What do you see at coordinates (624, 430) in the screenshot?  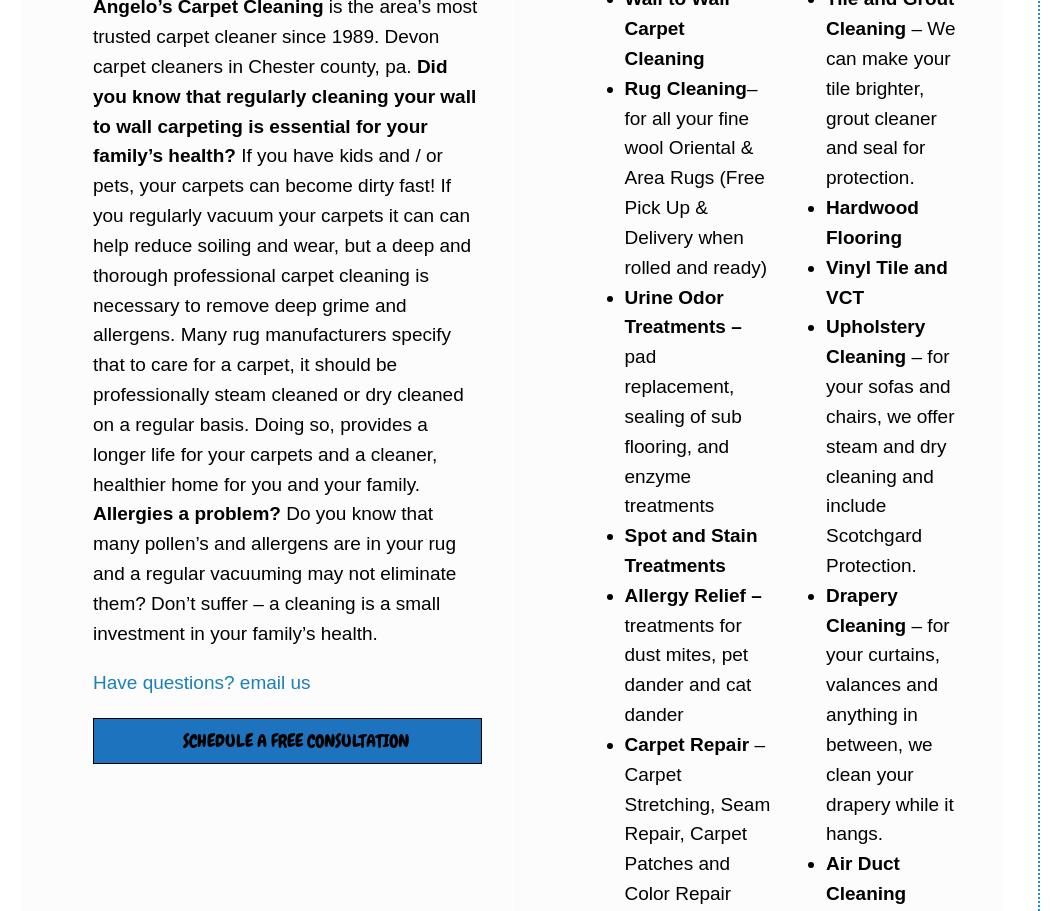 I see `'pad replacement, sealing of sub flooring, and enzyme treatments'` at bounding box center [624, 430].